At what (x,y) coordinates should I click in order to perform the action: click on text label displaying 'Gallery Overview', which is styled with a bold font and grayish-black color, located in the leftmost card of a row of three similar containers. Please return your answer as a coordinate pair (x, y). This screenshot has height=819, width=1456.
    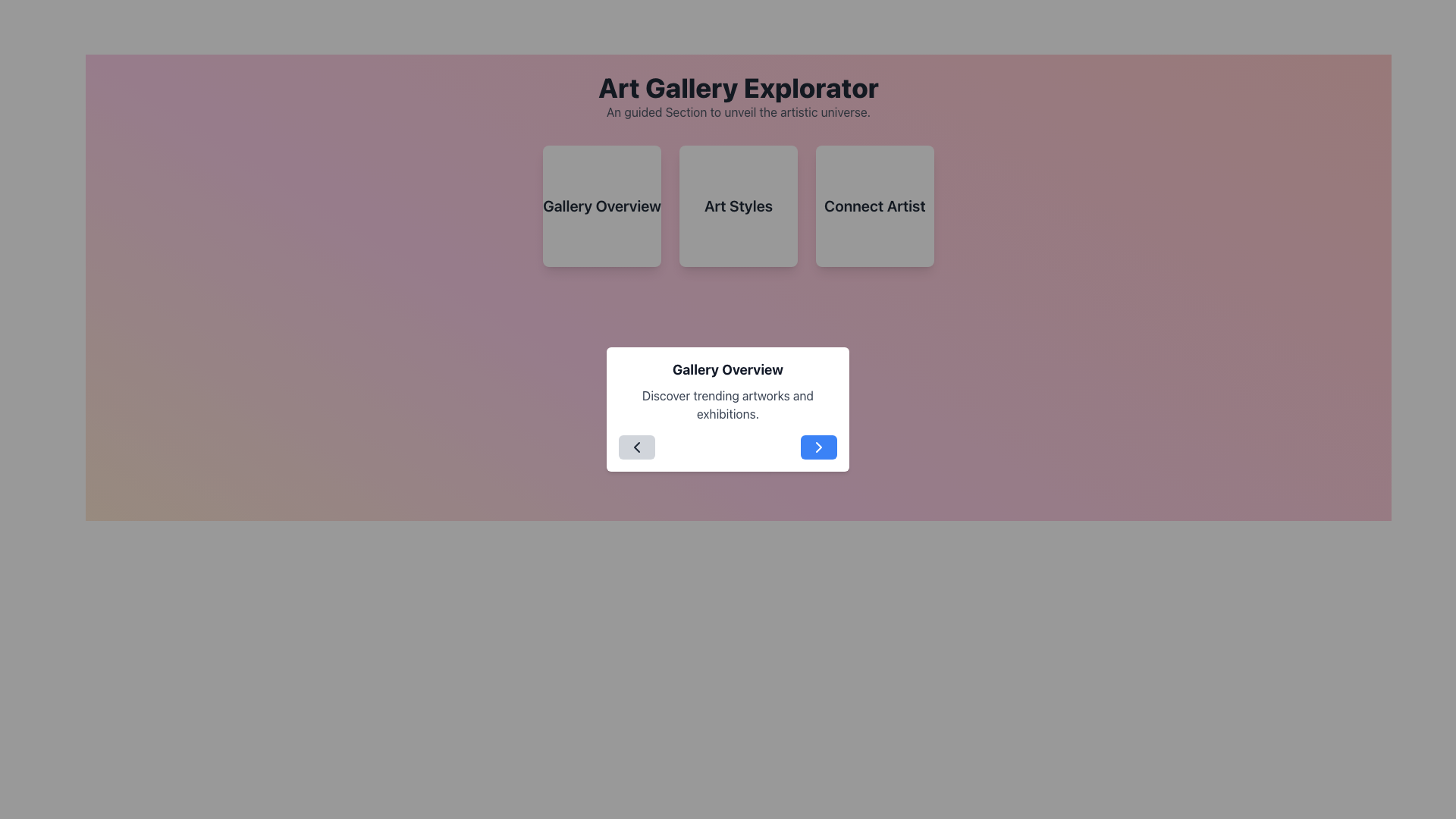
    Looking at the image, I should click on (601, 206).